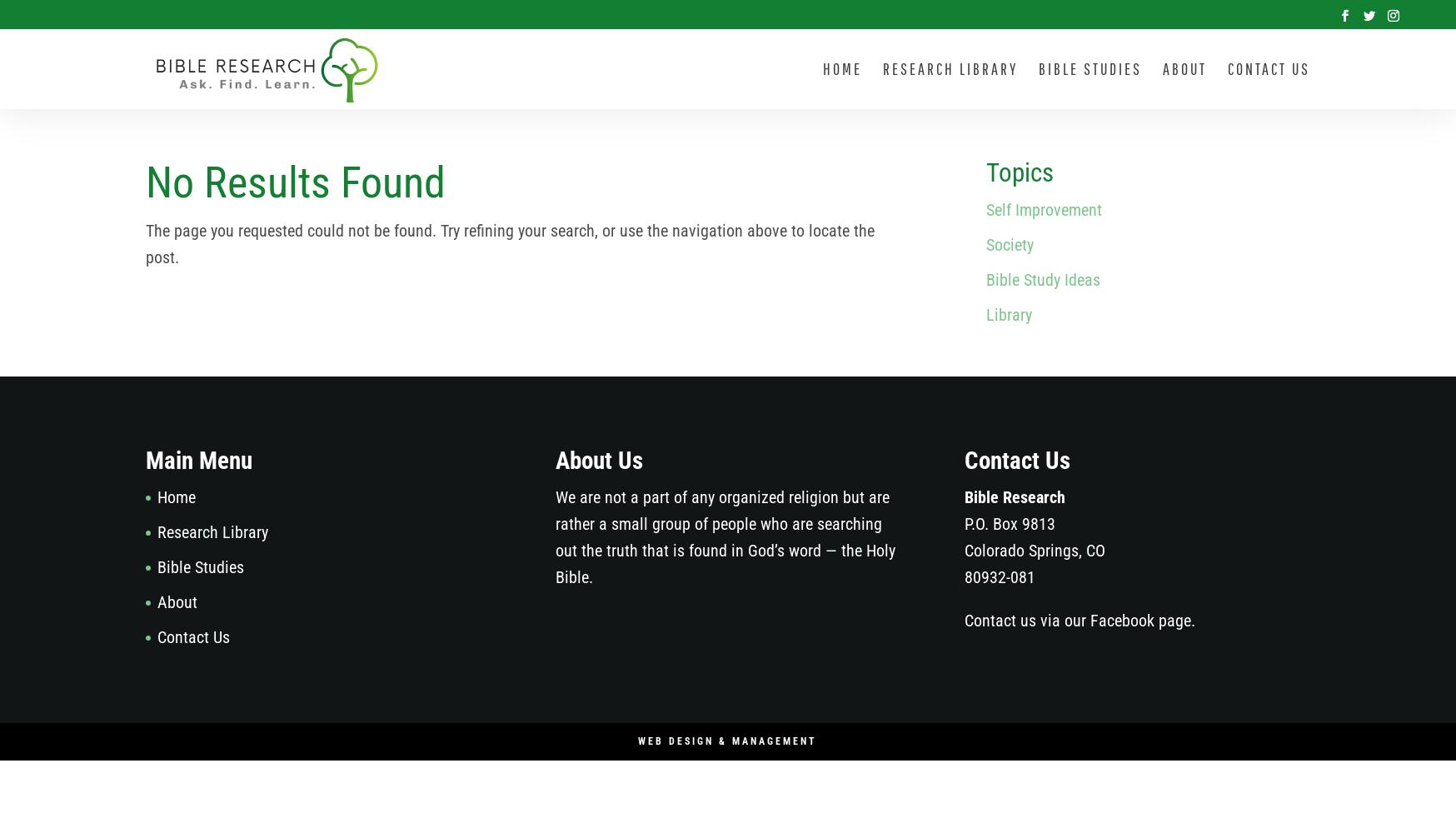  I want to click on '.', so click(1193, 619).